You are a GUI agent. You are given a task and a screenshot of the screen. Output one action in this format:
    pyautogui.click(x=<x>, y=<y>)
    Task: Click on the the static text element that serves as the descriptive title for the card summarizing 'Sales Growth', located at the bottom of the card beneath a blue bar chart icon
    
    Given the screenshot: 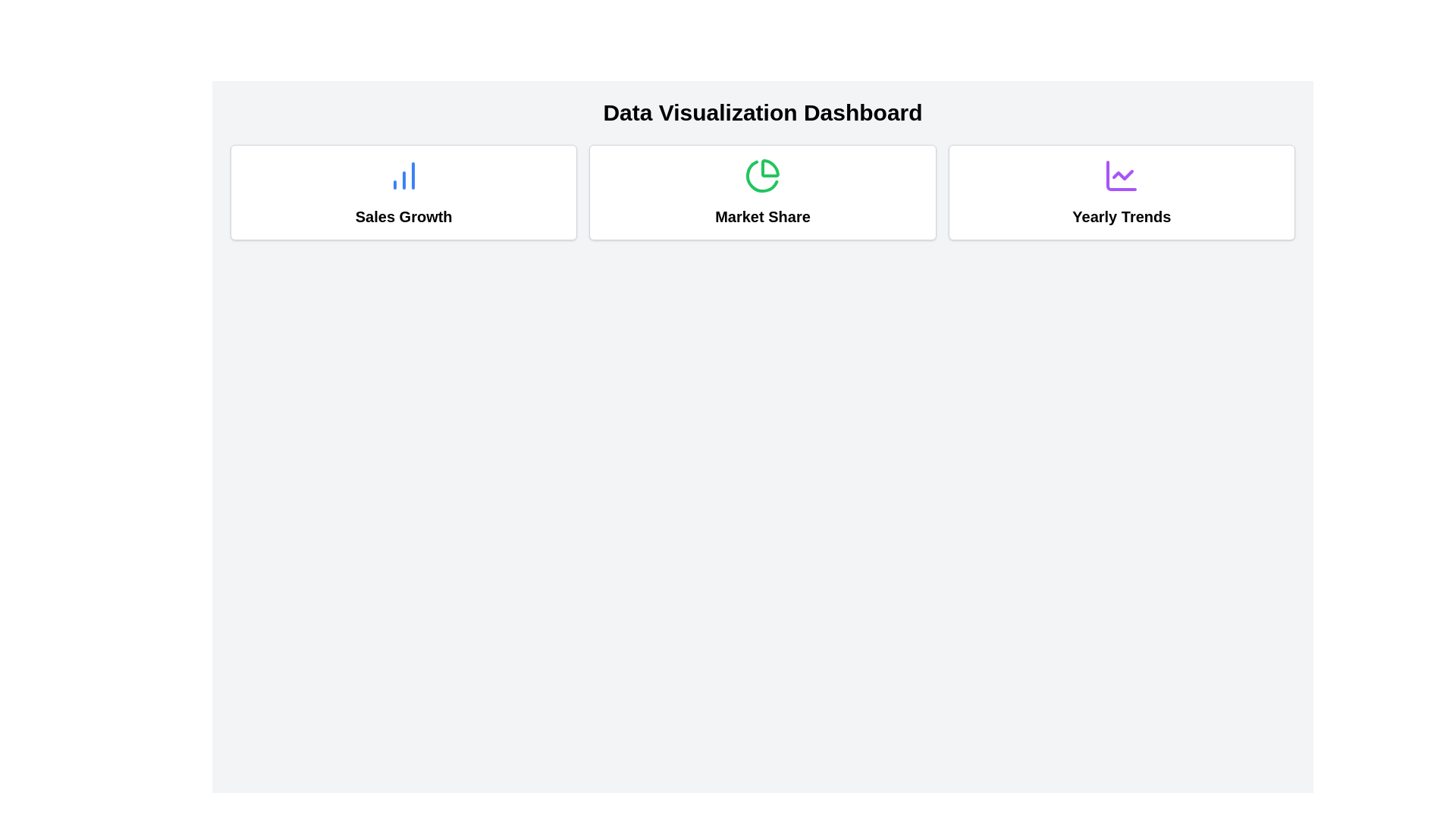 What is the action you would take?
    pyautogui.click(x=403, y=216)
    